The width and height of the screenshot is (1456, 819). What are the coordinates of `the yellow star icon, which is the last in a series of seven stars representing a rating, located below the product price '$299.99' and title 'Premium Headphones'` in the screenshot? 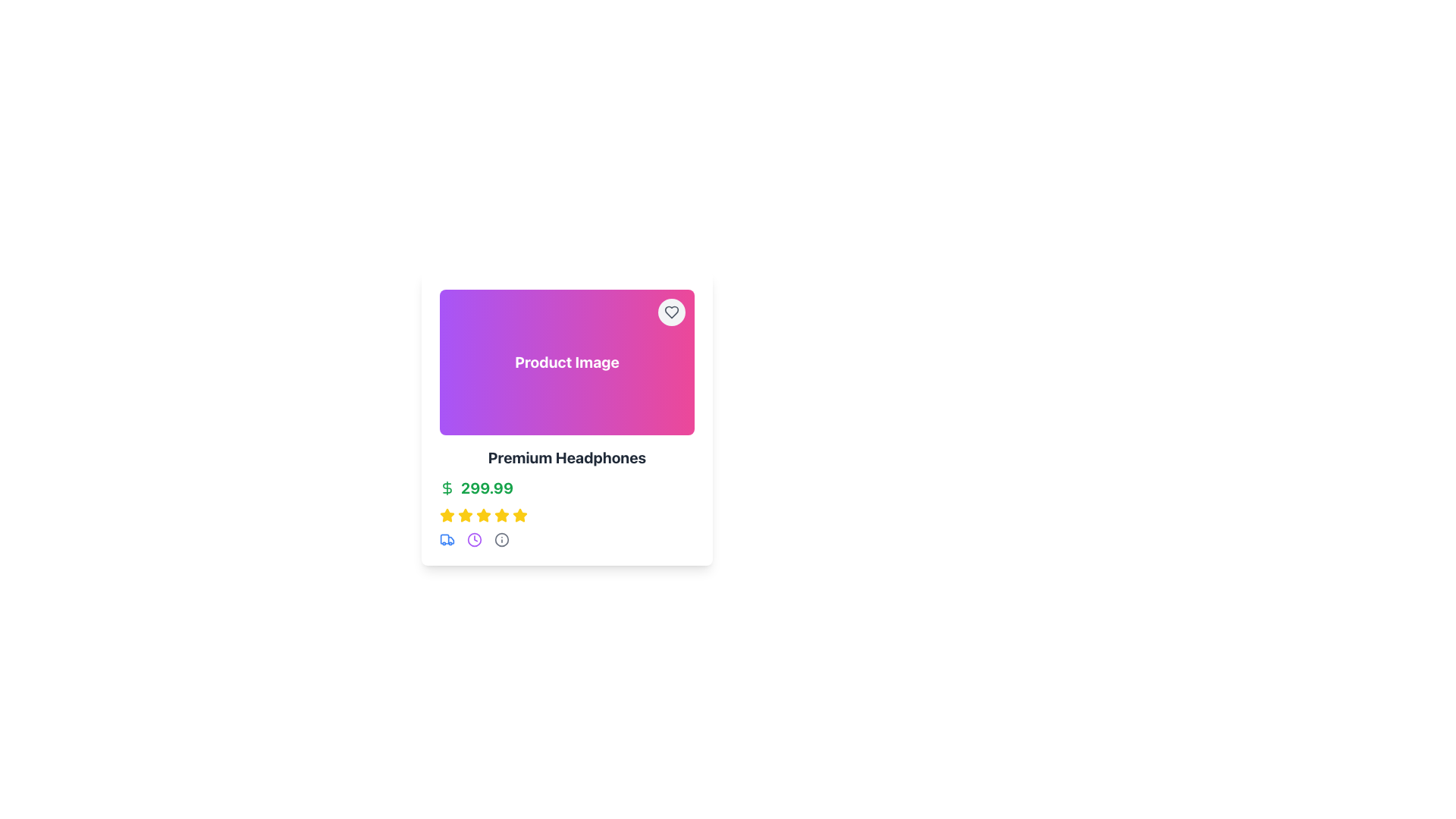 It's located at (520, 514).